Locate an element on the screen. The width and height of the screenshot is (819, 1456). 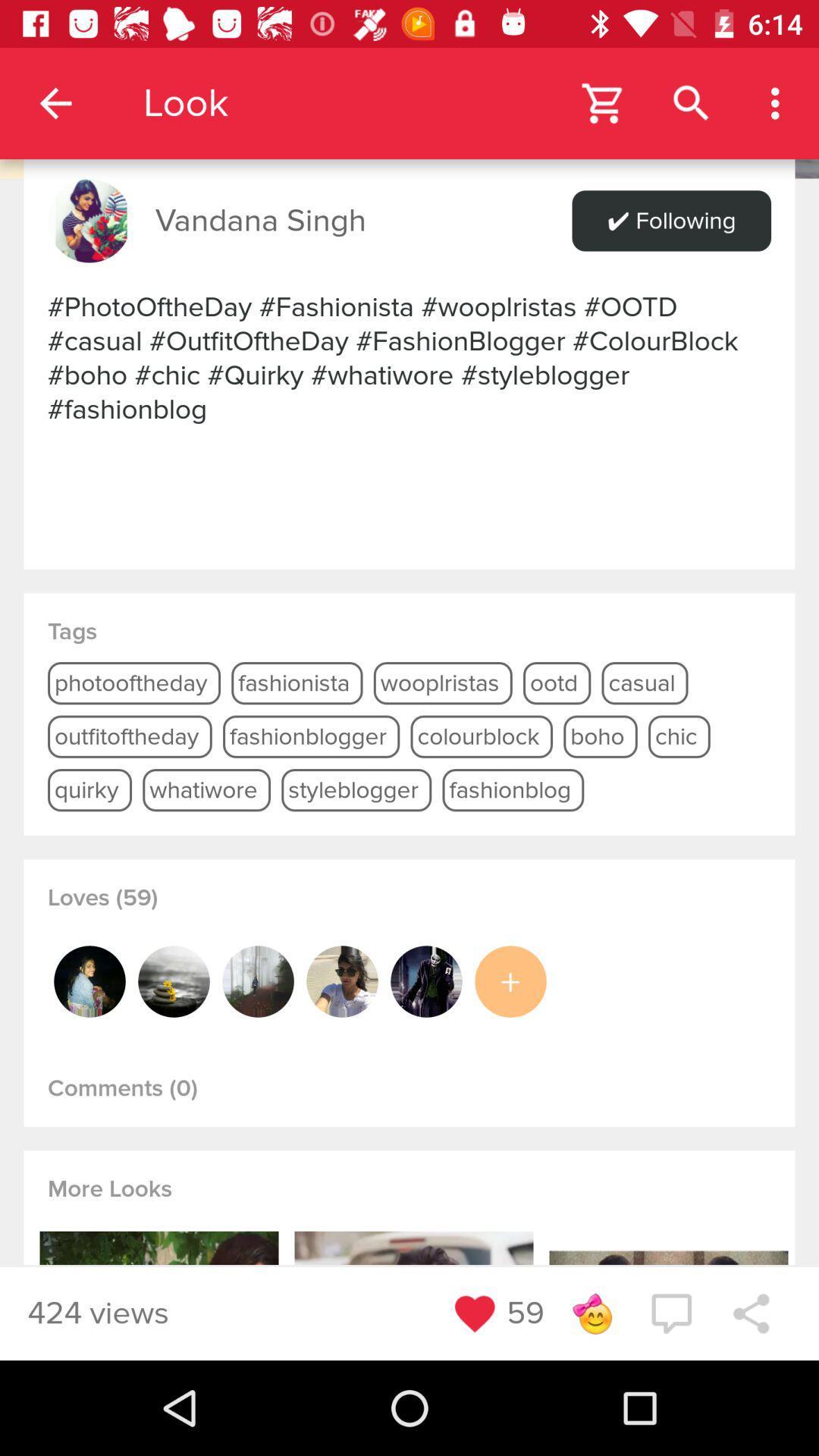
favorites is located at coordinates (474, 1313).